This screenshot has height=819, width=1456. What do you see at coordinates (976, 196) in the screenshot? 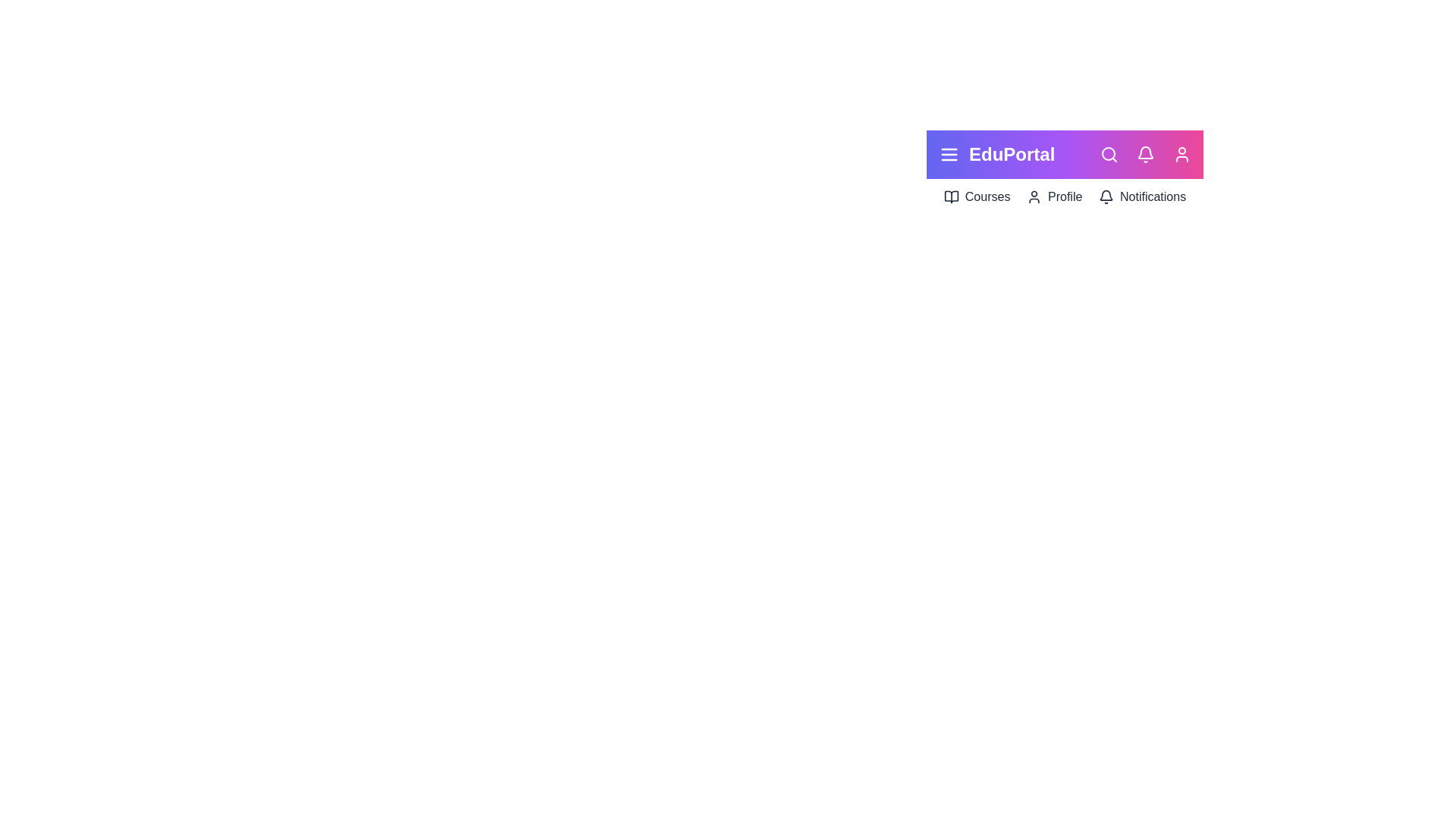
I see `the menu item Courses to navigate to the respective section` at bounding box center [976, 196].